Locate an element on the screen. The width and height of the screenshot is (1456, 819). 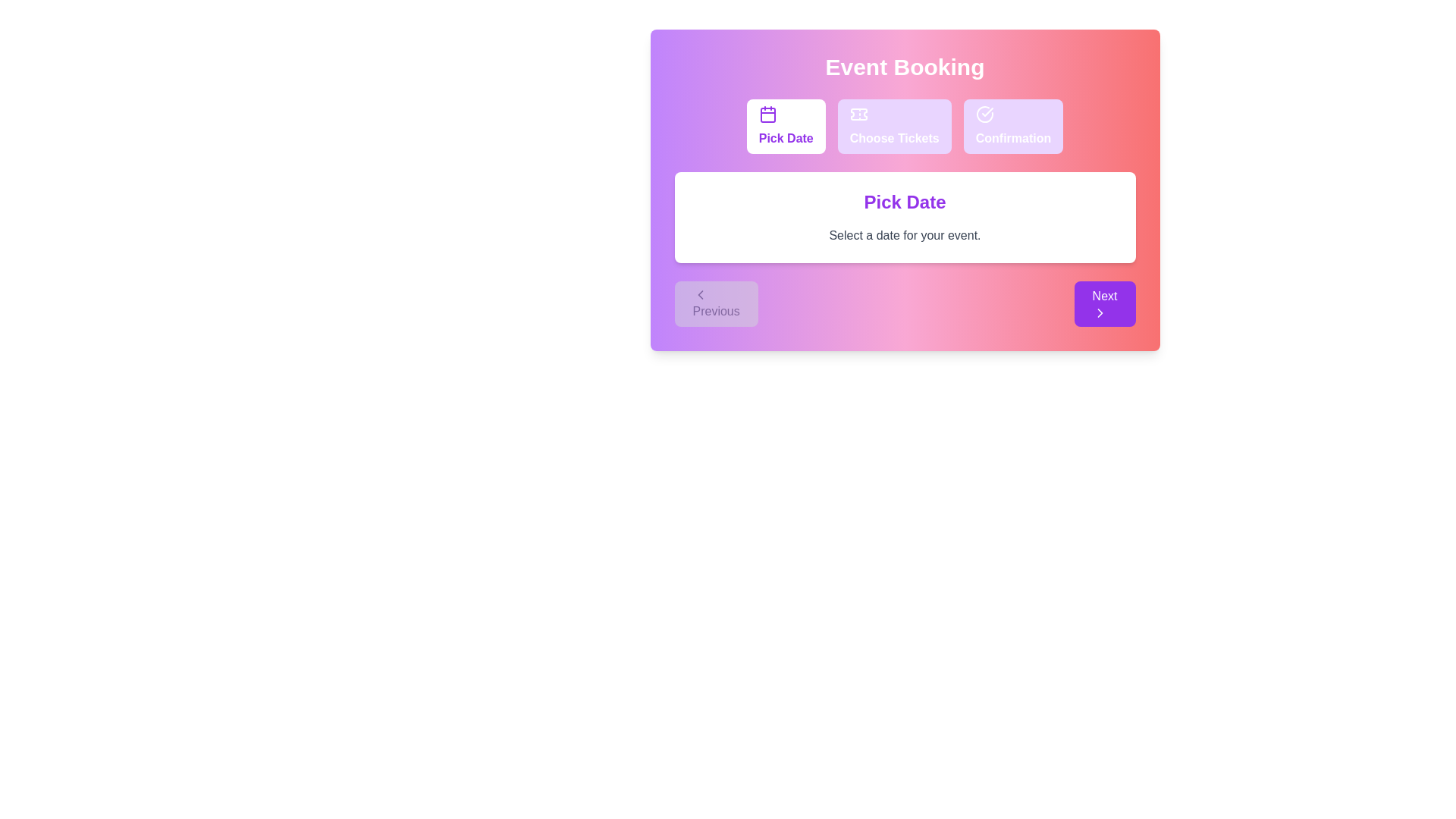
the 'Pick Date' header text, which is a bold, large purple font centered at the top of a white card area is located at coordinates (905, 201).